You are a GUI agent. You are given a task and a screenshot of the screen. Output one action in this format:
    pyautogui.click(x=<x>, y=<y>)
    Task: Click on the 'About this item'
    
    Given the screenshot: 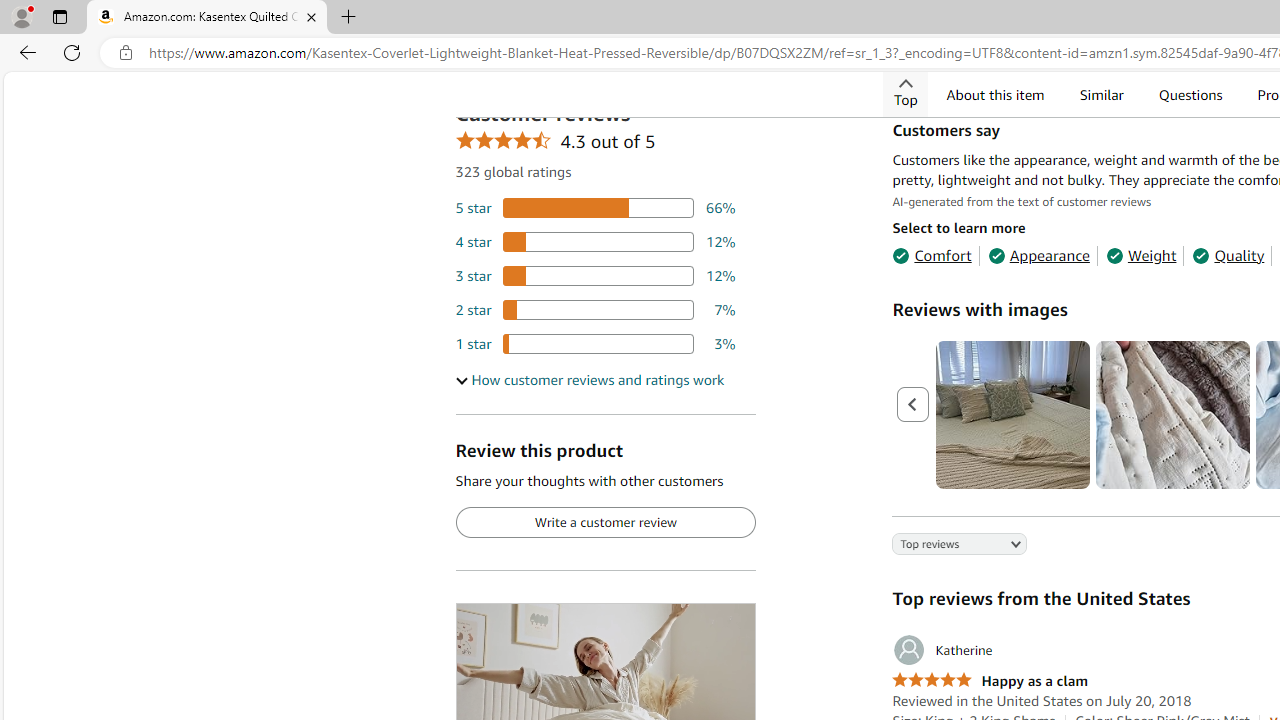 What is the action you would take?
    pyautogui.click(x=995, y=94)
    